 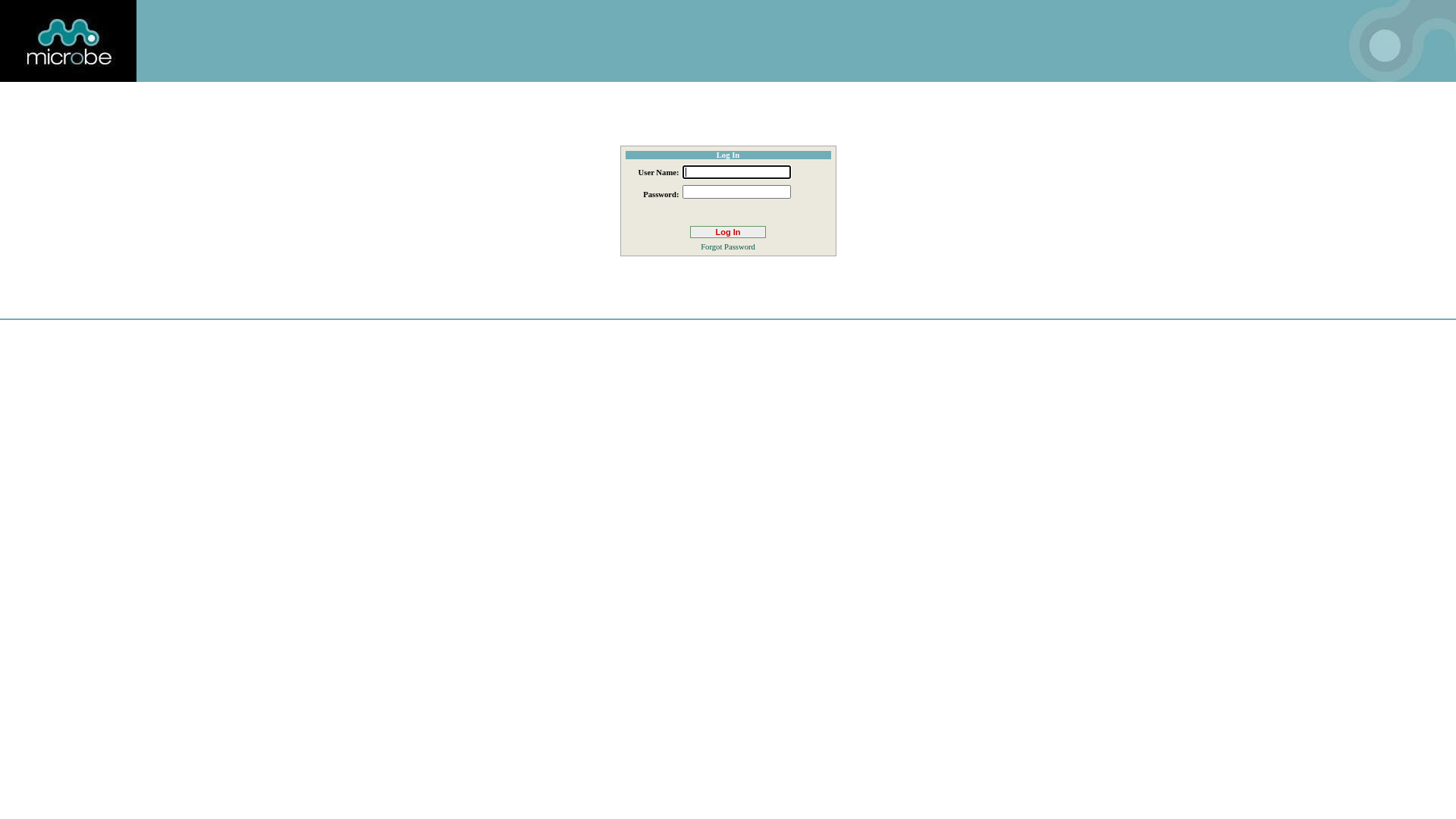 What do you see at coordinates (728, 246) in the screenshot?
I see `'Forgot Password'` at bounding box center [728, 246].